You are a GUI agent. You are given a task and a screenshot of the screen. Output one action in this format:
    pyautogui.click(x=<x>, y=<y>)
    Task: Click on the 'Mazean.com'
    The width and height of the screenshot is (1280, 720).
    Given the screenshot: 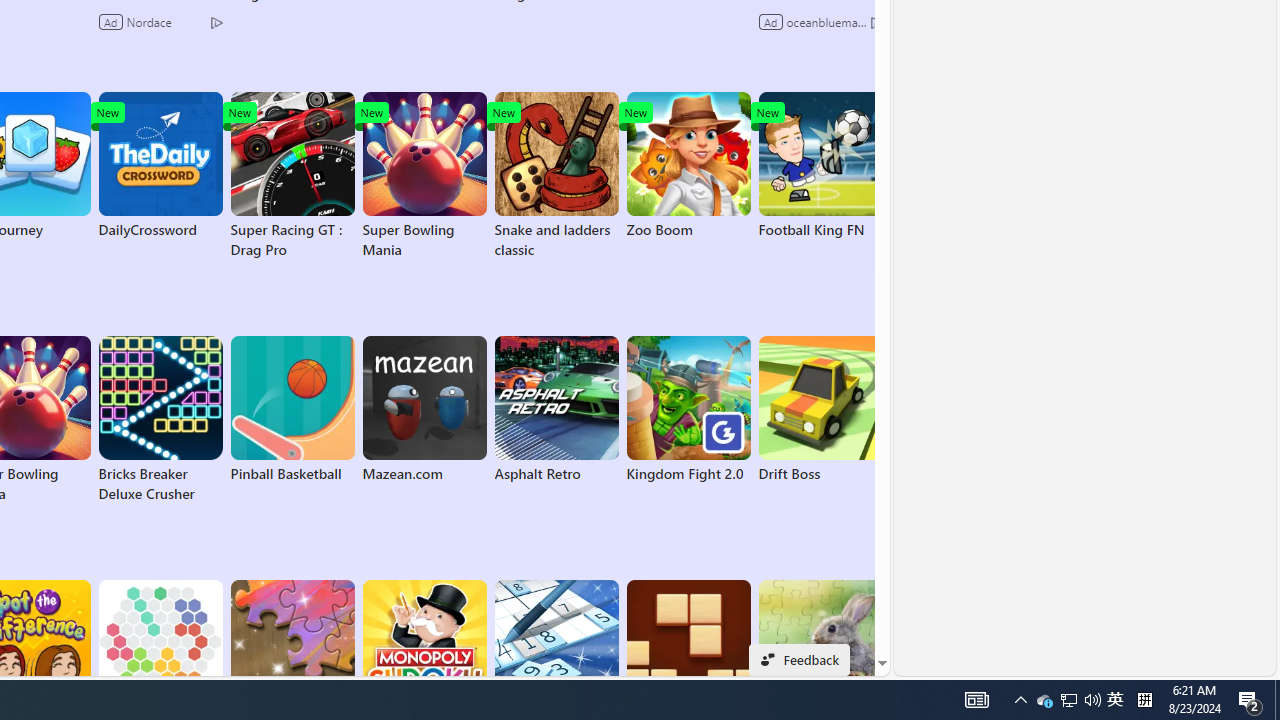 What is the action you would take?
    pyautogui.click(x=423, y=409)
    